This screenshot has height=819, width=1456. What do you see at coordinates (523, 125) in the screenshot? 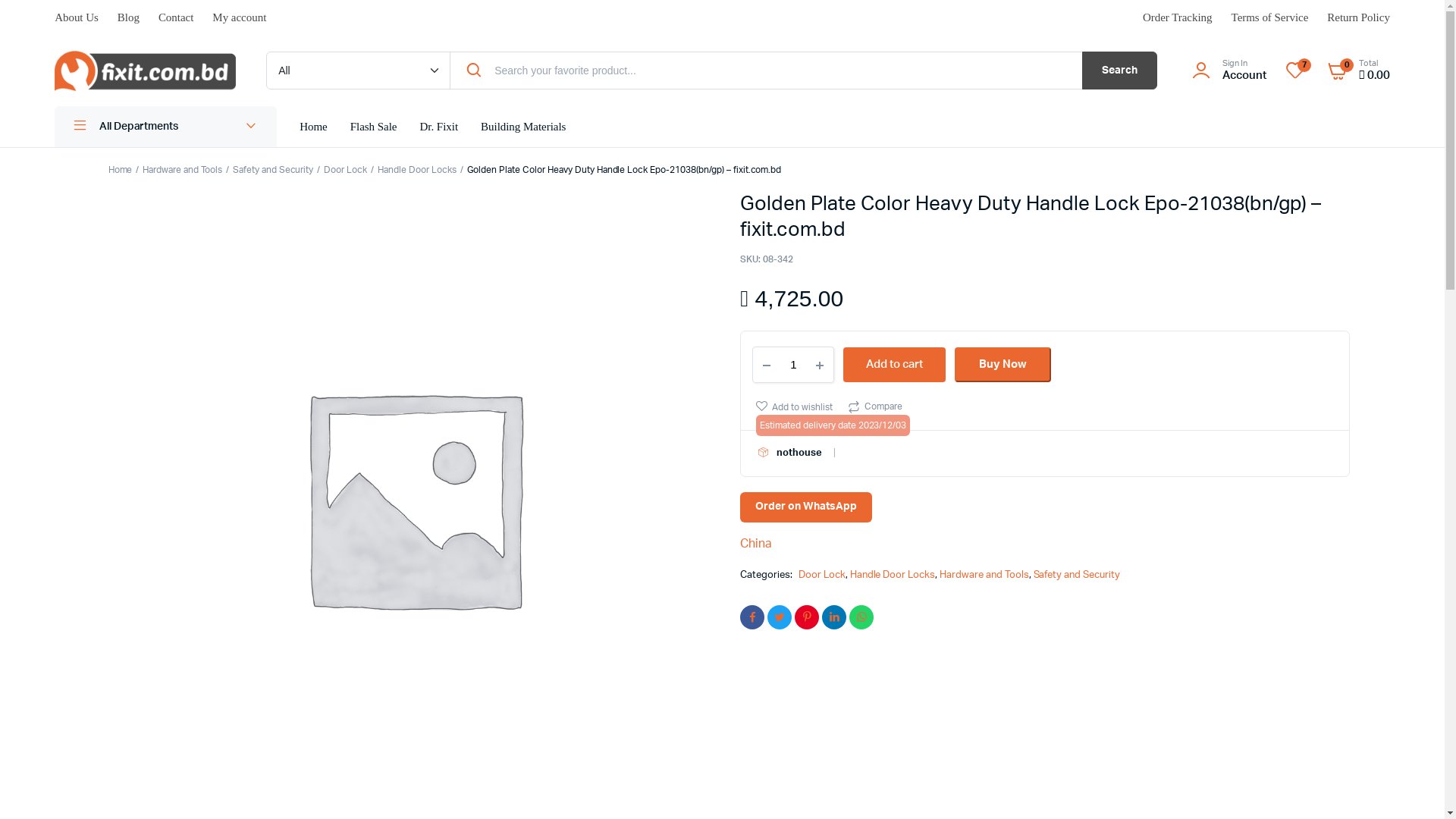
I see `'Building Materials'` at bounding box center [523, 125].